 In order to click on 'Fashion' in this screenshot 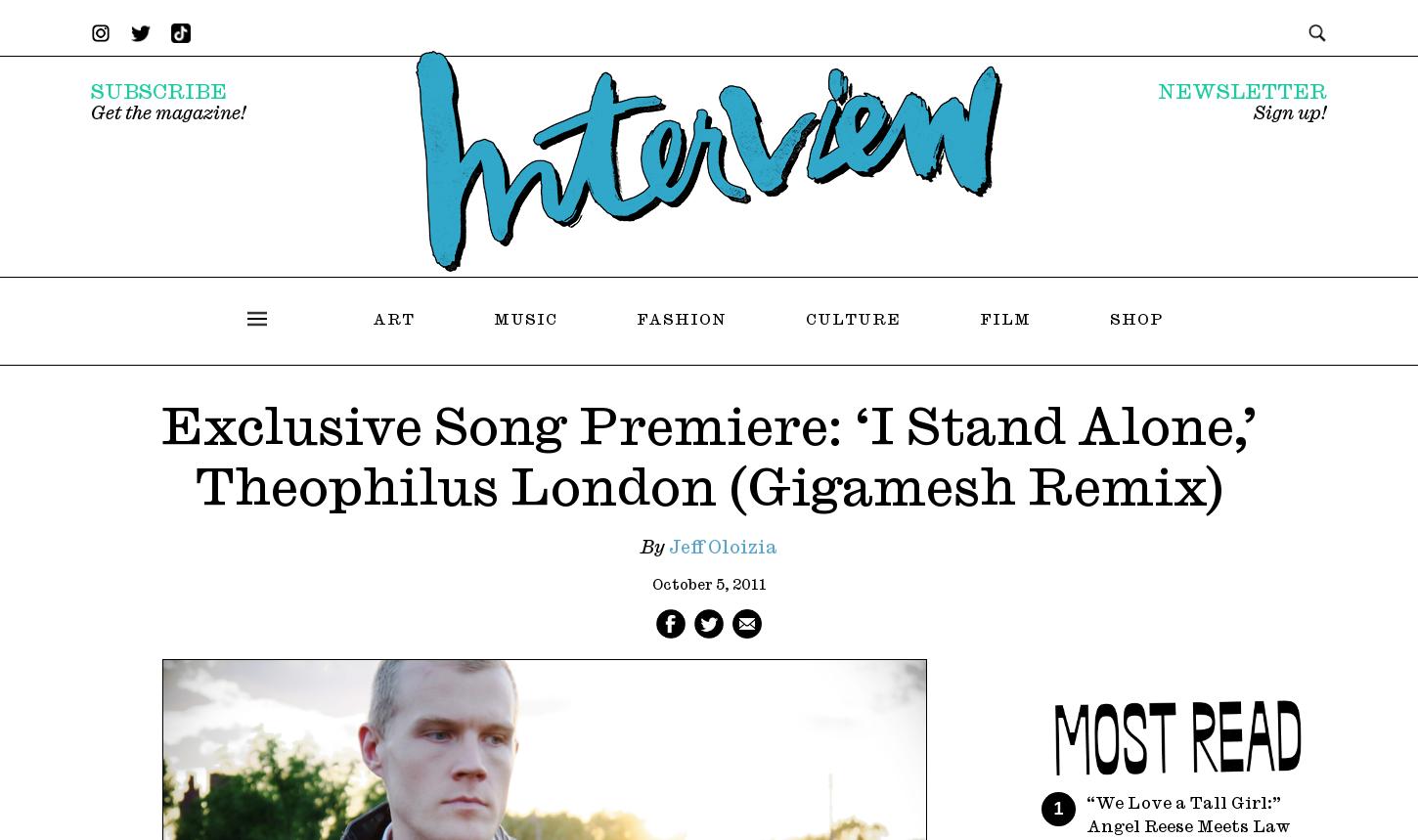, I will do `click(681, 318)`.